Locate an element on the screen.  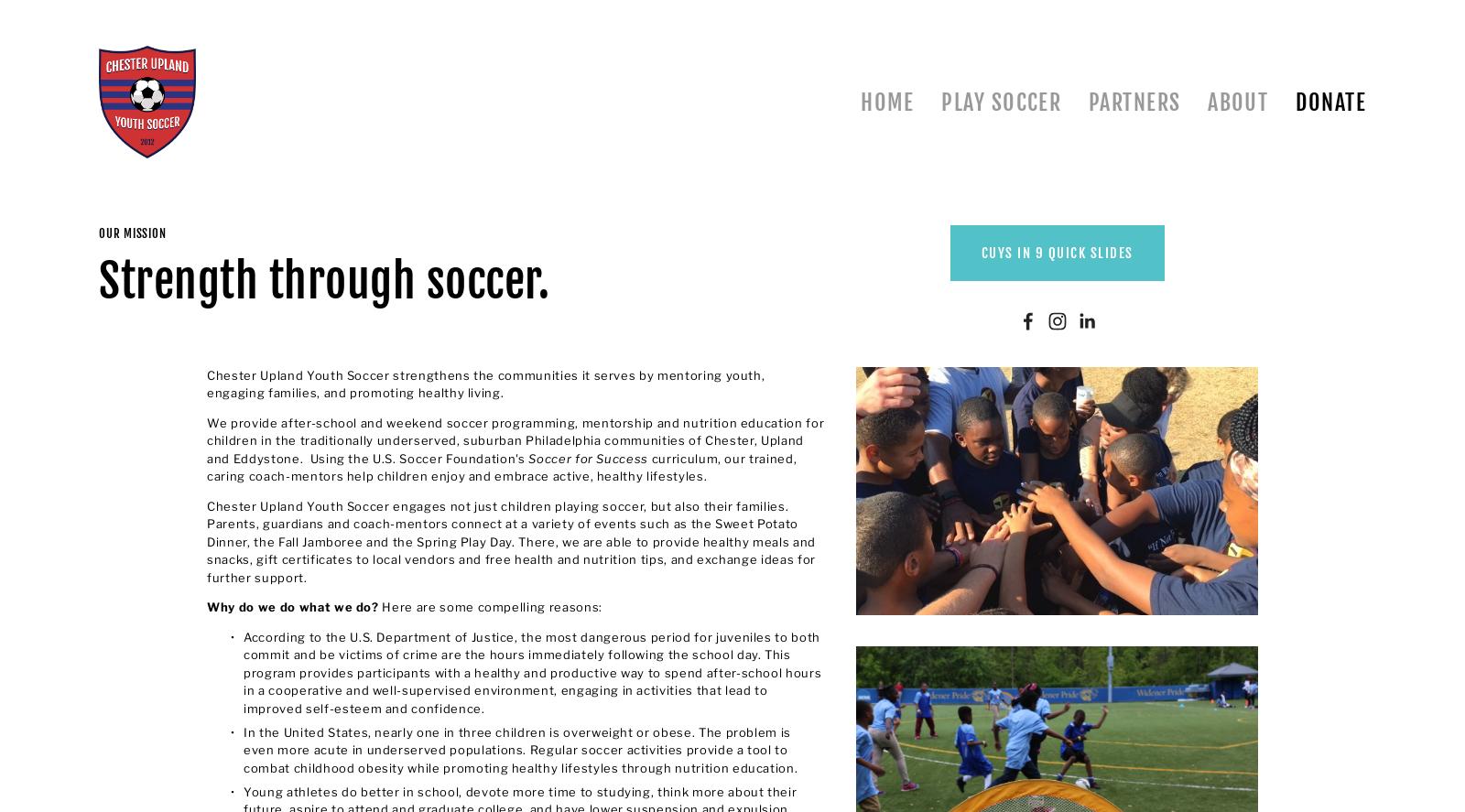
'In the United States, nearly one in three children is overweight or obese. The problem is even more acute in underserved populations. Regular soccer activities provide a tool to combat childhood obesity while promoting healthy lifestyles through nutrition education.' is located at coordinates (519, 749).